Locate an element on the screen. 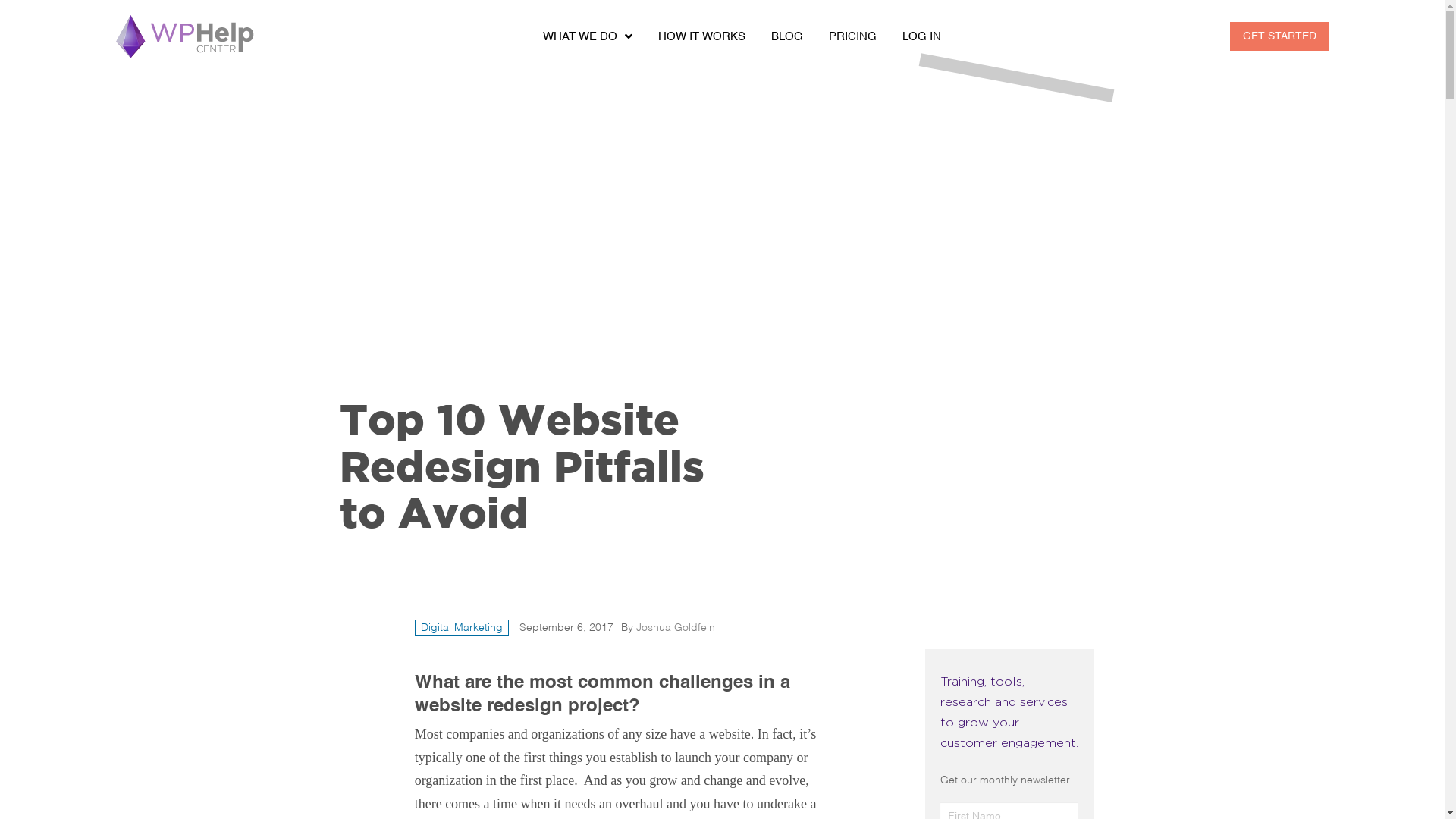 The image size is (1456, 819). 'Joshua Goldfein' is located at coordinates (675, 628).